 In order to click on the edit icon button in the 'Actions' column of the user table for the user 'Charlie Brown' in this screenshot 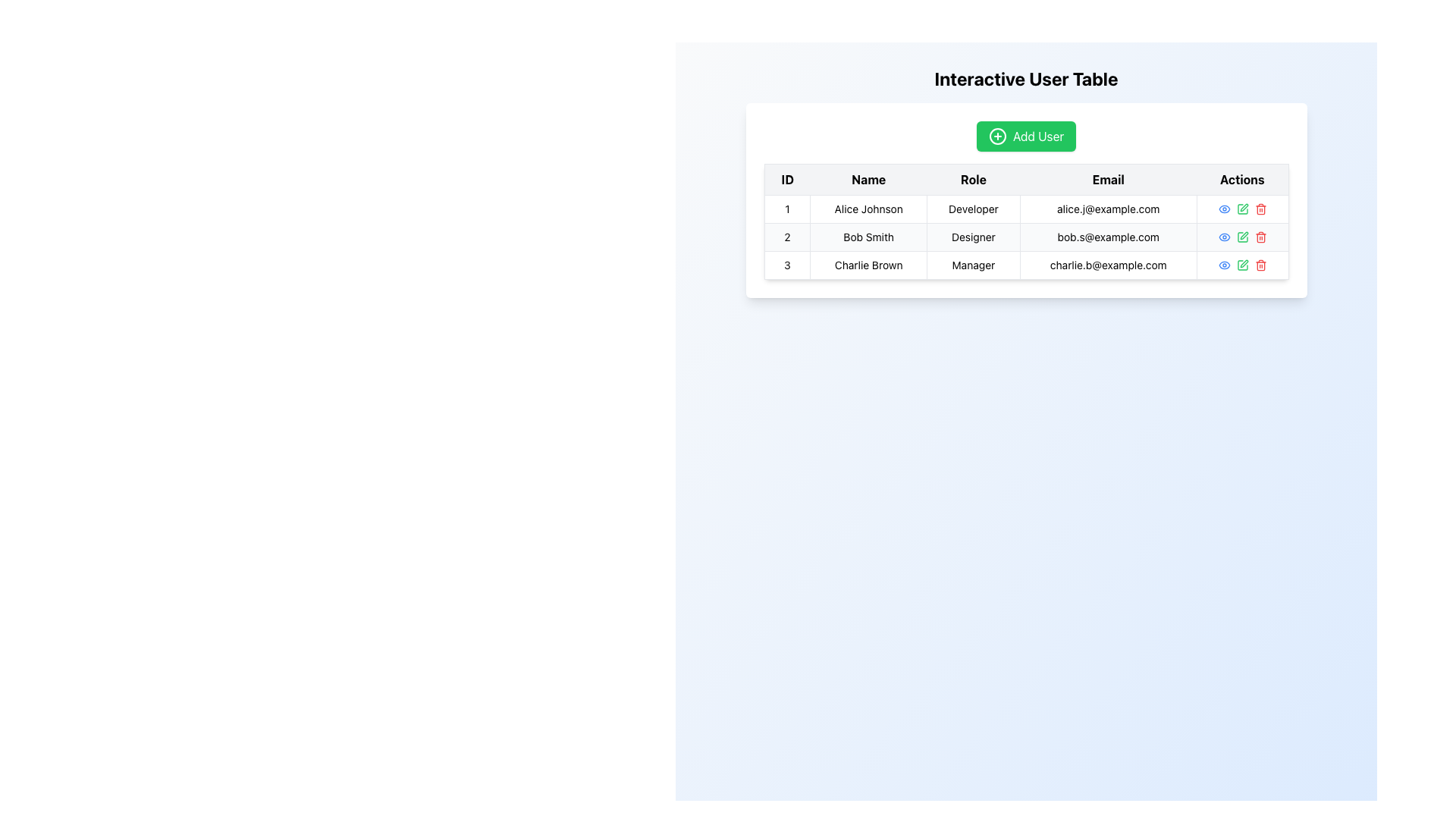, I will do `click(1244, 262)`.